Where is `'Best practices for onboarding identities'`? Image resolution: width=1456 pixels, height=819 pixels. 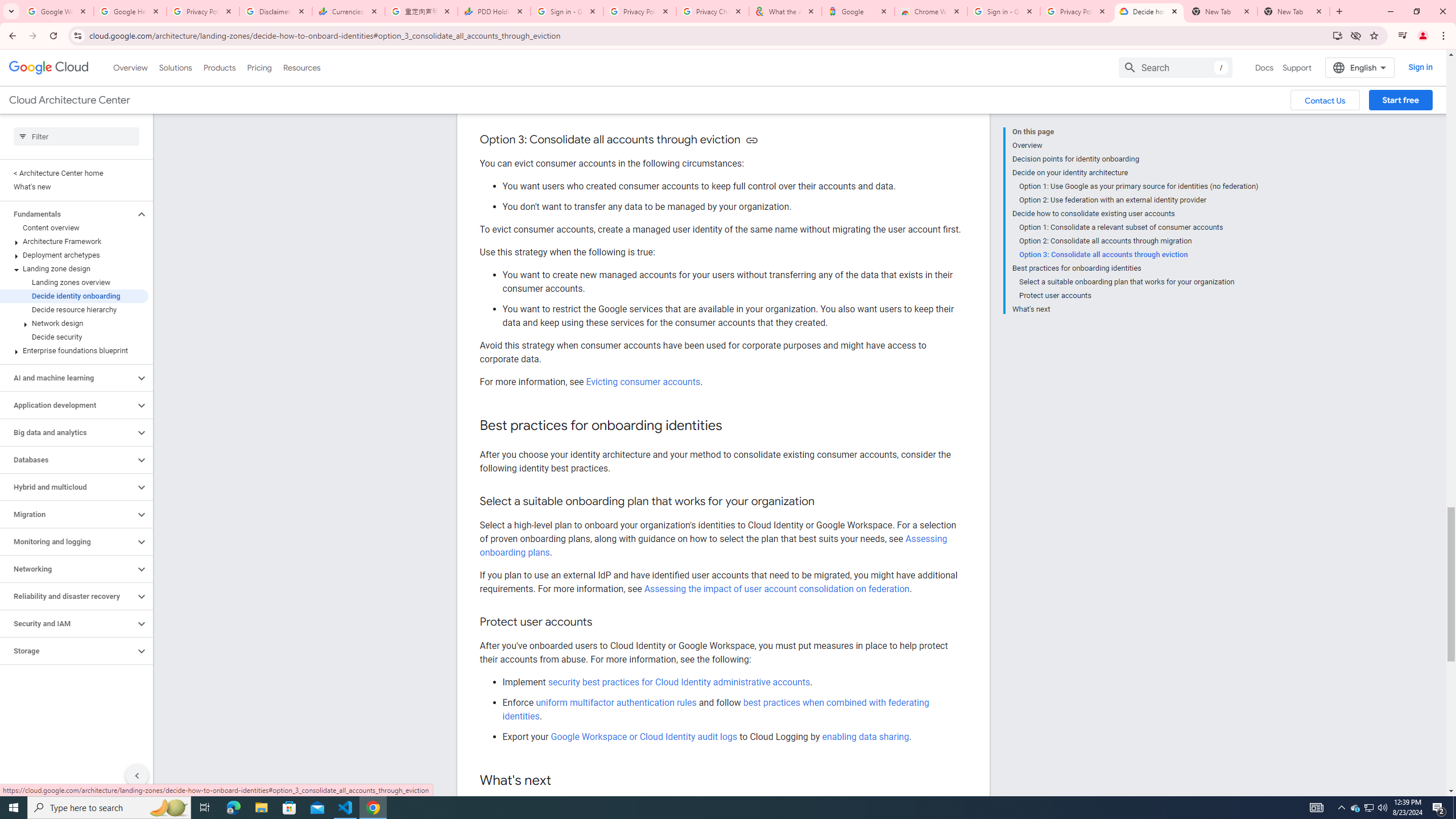
'Best practices for onboarding identities' is located at coordinates (1134, 268).